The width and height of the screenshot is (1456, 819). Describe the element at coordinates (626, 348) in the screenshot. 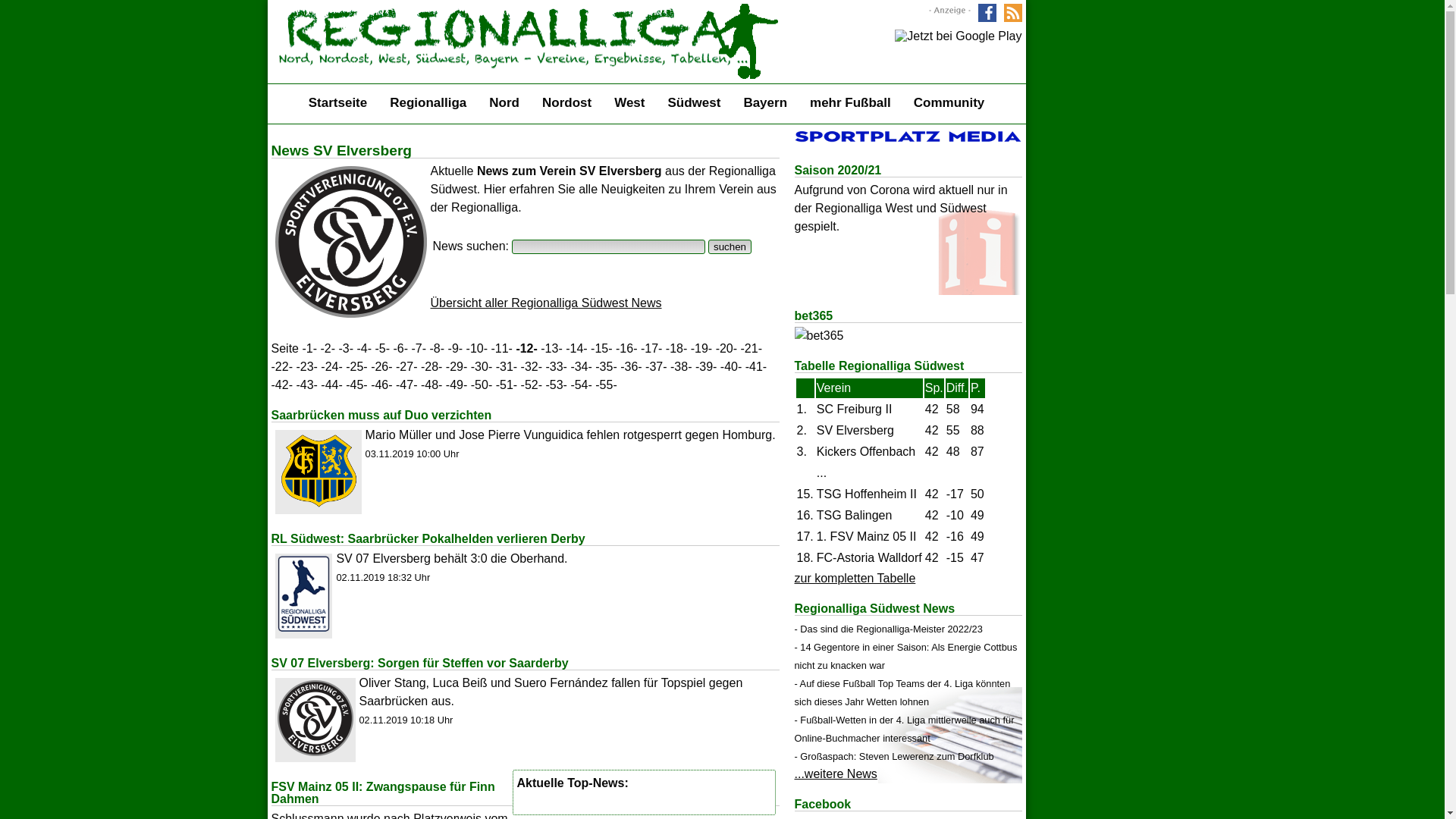

I see `'-16-'` at that location.